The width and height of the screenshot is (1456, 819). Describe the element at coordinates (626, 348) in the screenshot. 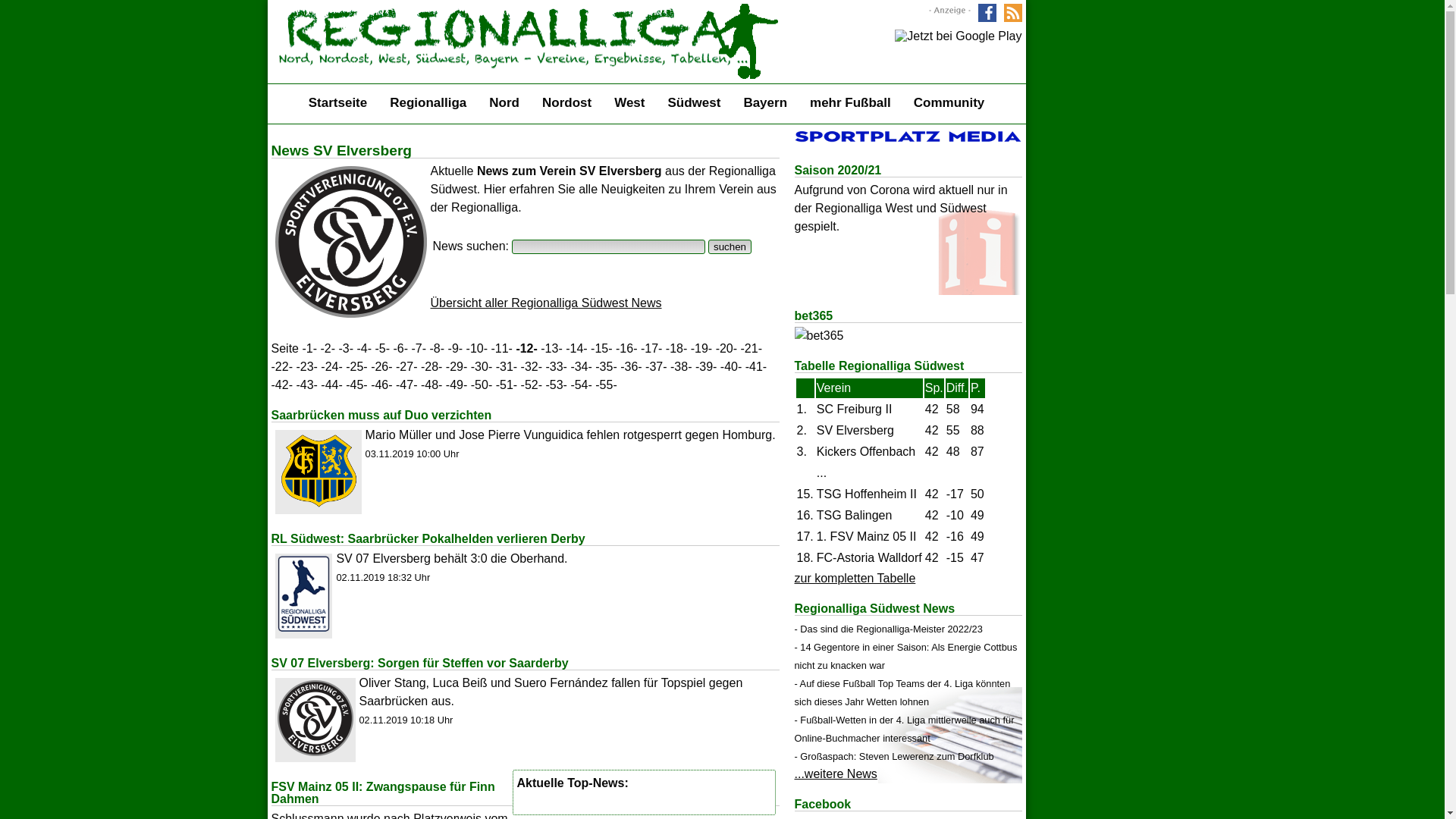

I see `'-16-'` at that location.